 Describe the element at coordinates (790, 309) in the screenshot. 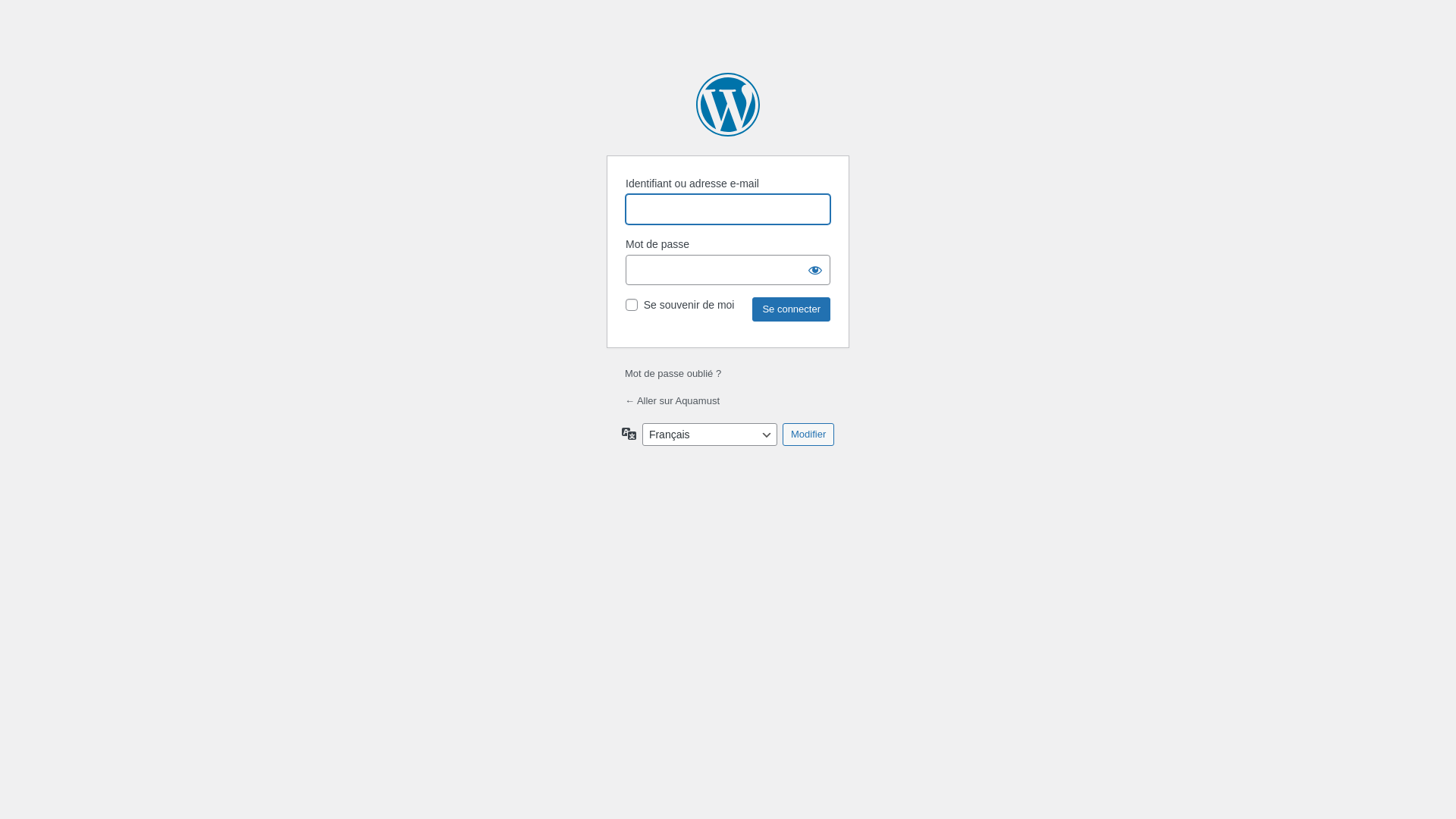

I see `'Se connecter'` at that location.